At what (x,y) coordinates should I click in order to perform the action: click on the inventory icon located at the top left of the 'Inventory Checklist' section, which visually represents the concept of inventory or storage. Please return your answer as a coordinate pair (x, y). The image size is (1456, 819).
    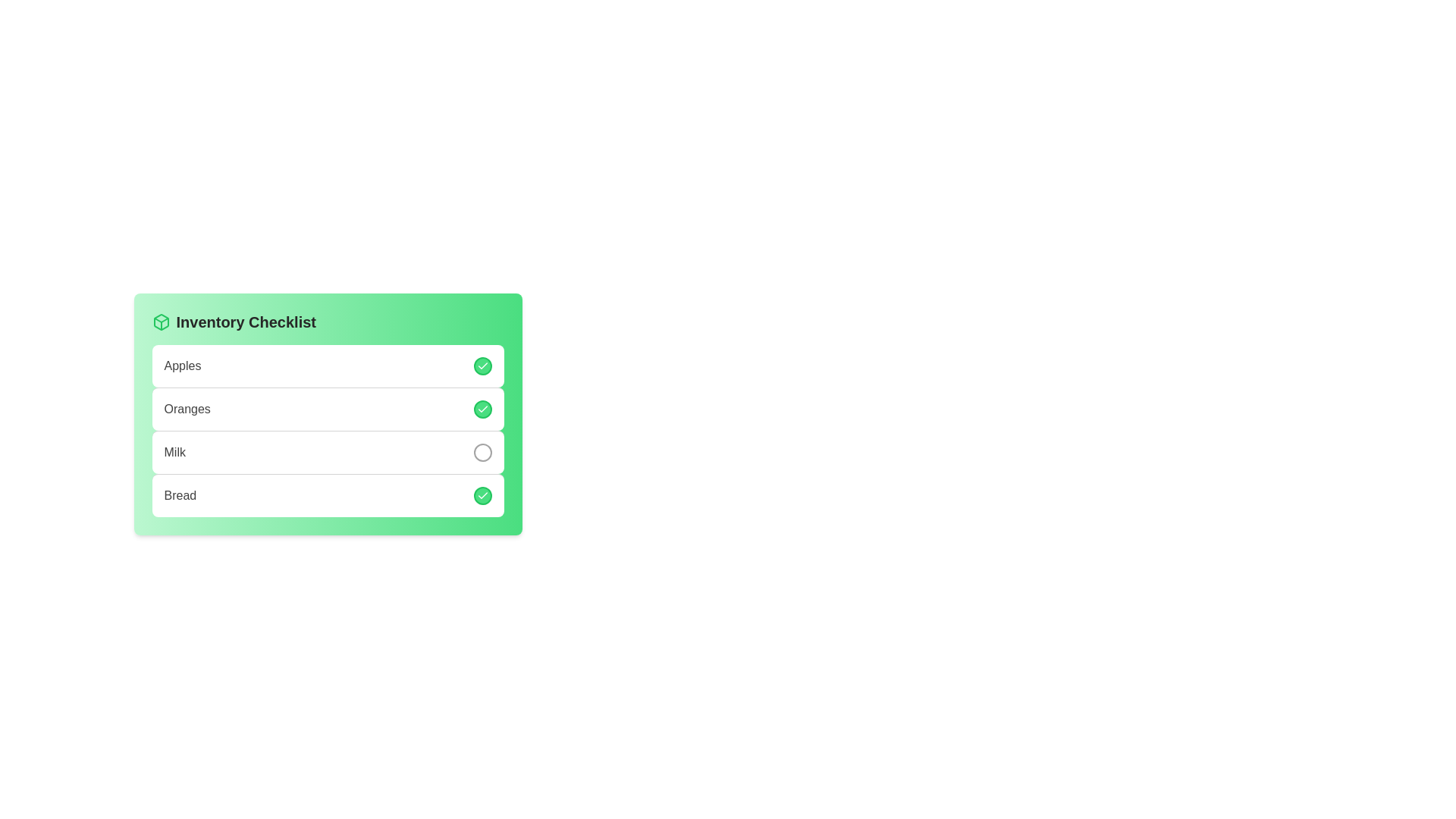
    Looking at the image, I should click on (161, 321).